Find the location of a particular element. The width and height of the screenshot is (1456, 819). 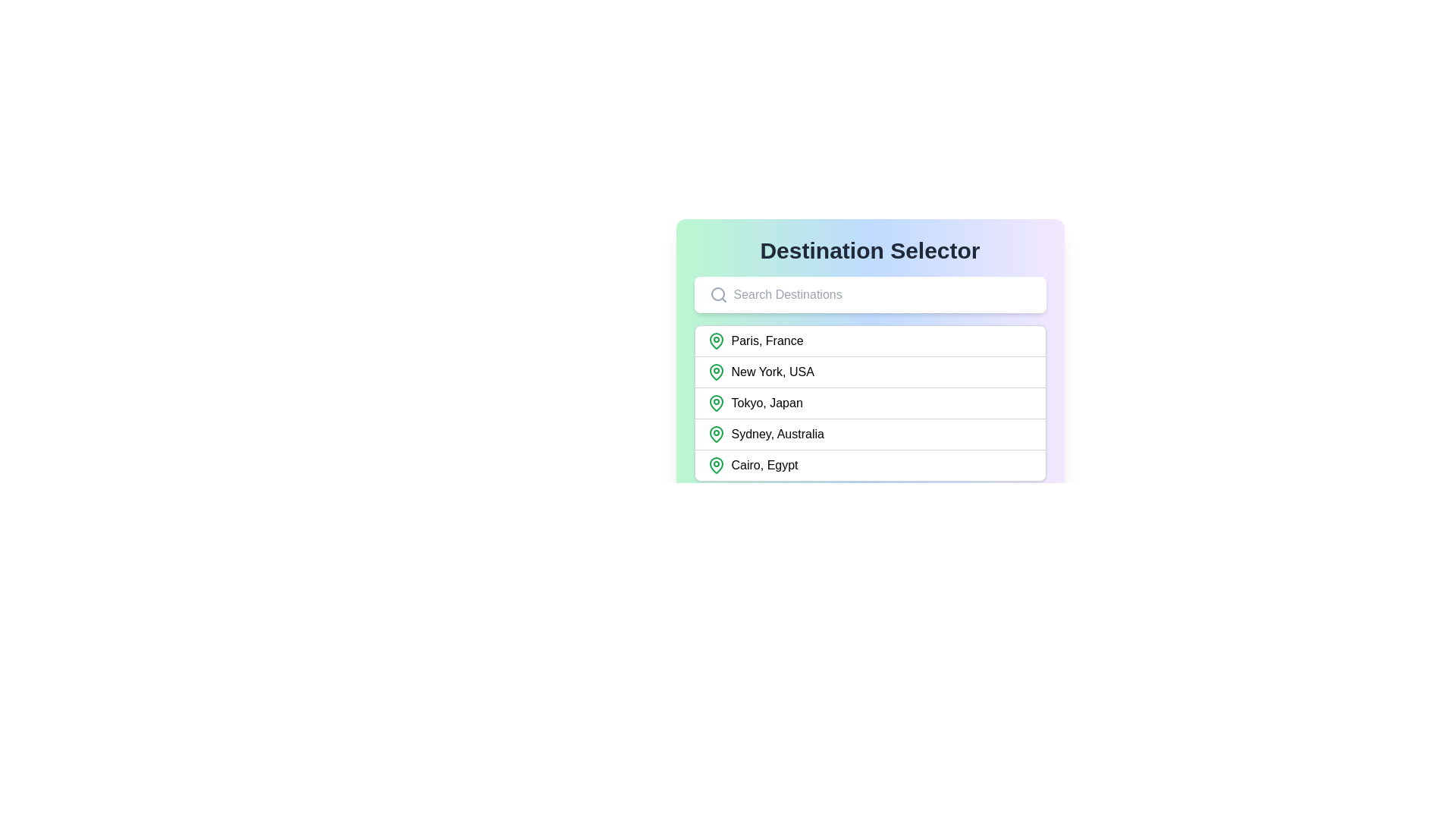

the circular outline icon of the magnifying glass is located at coordinates (717, 294).